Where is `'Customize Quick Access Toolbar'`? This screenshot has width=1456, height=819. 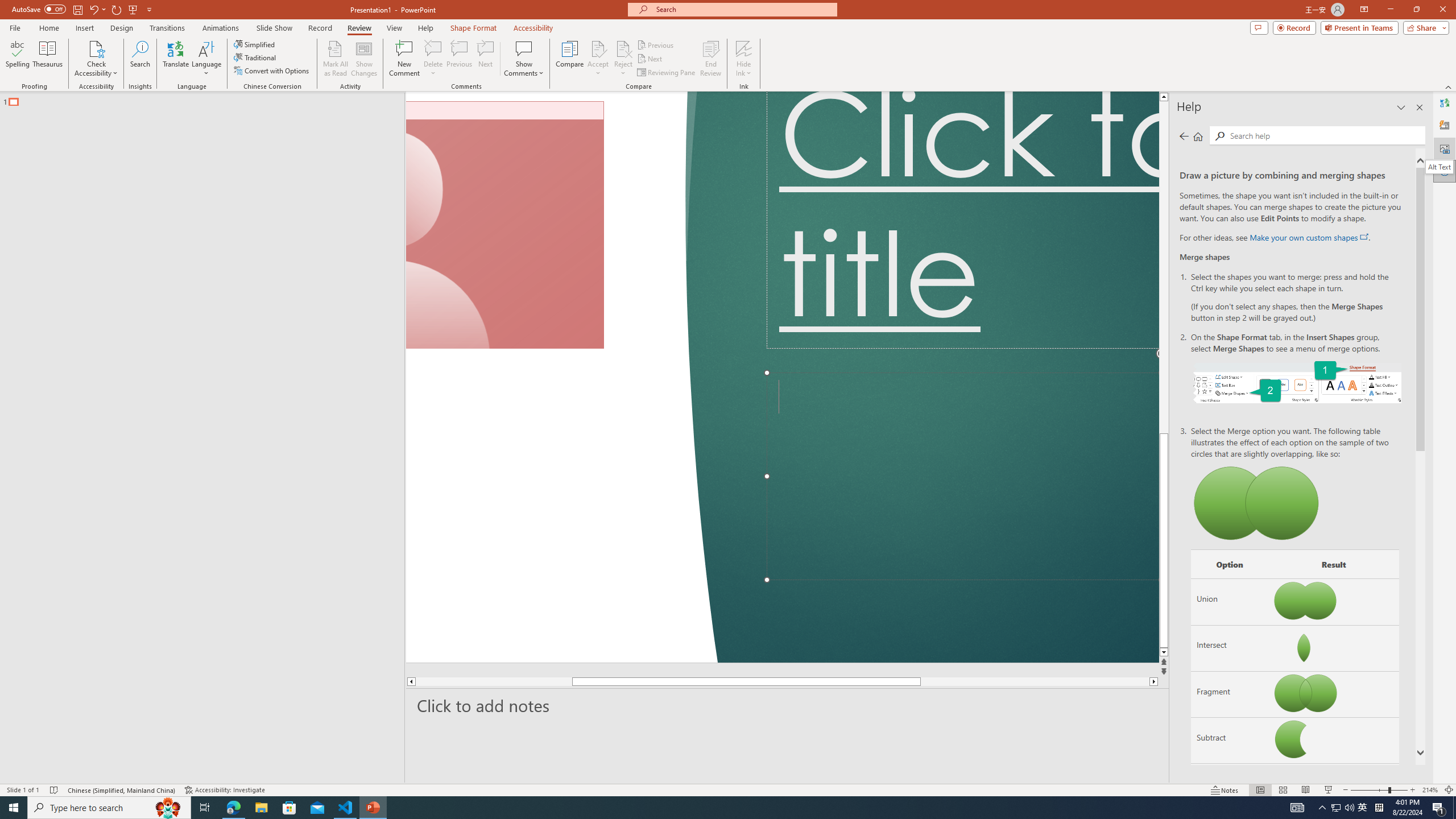
'Customize Quick Access Toolbar' is located at coordinates (148, 9).